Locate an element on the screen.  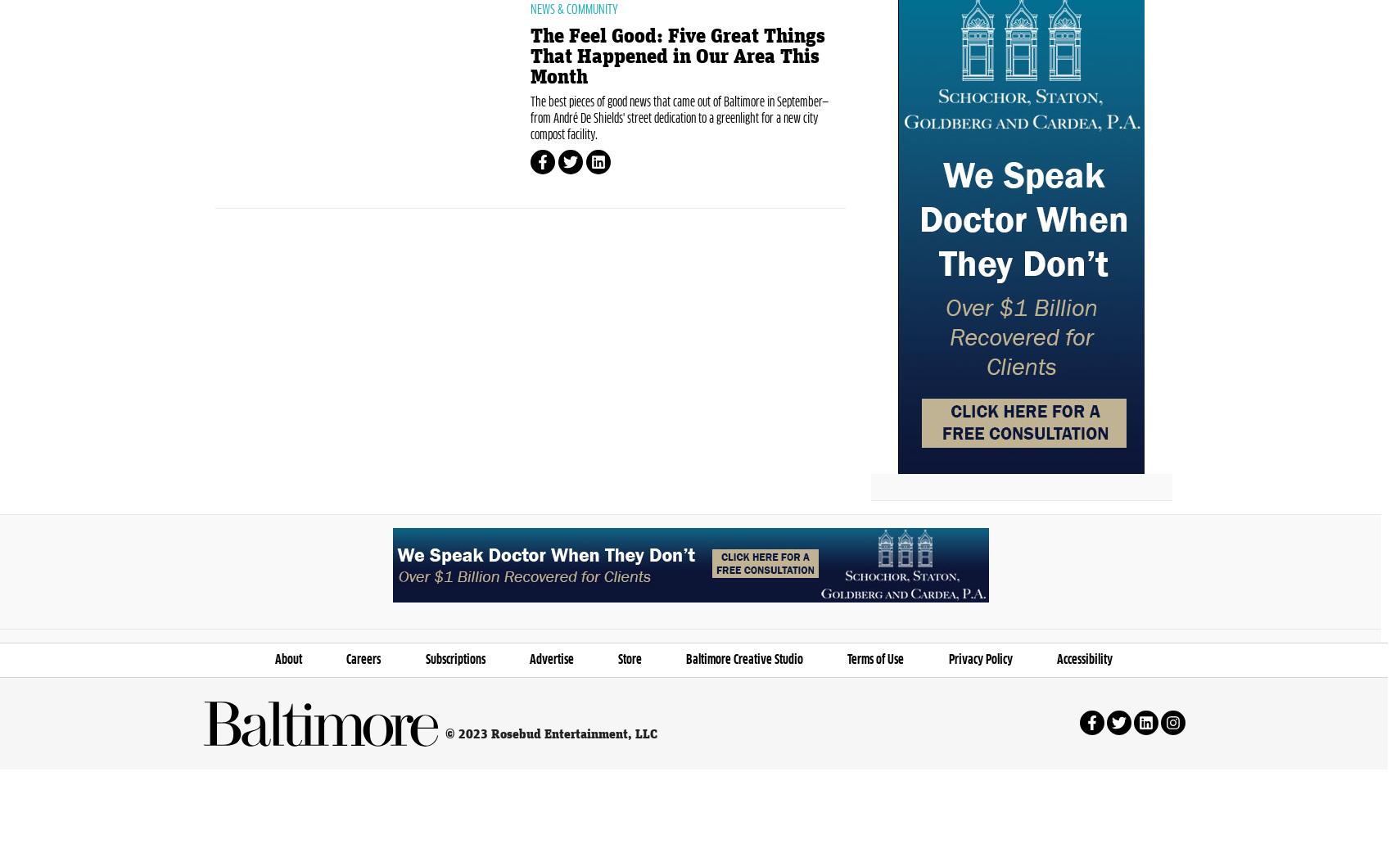
'The best pieces of good news that came out of Baltimore in September—from André De Shields' street dedication to a greenlight for a new city compost facility.' is located at coordinates (679, 203).